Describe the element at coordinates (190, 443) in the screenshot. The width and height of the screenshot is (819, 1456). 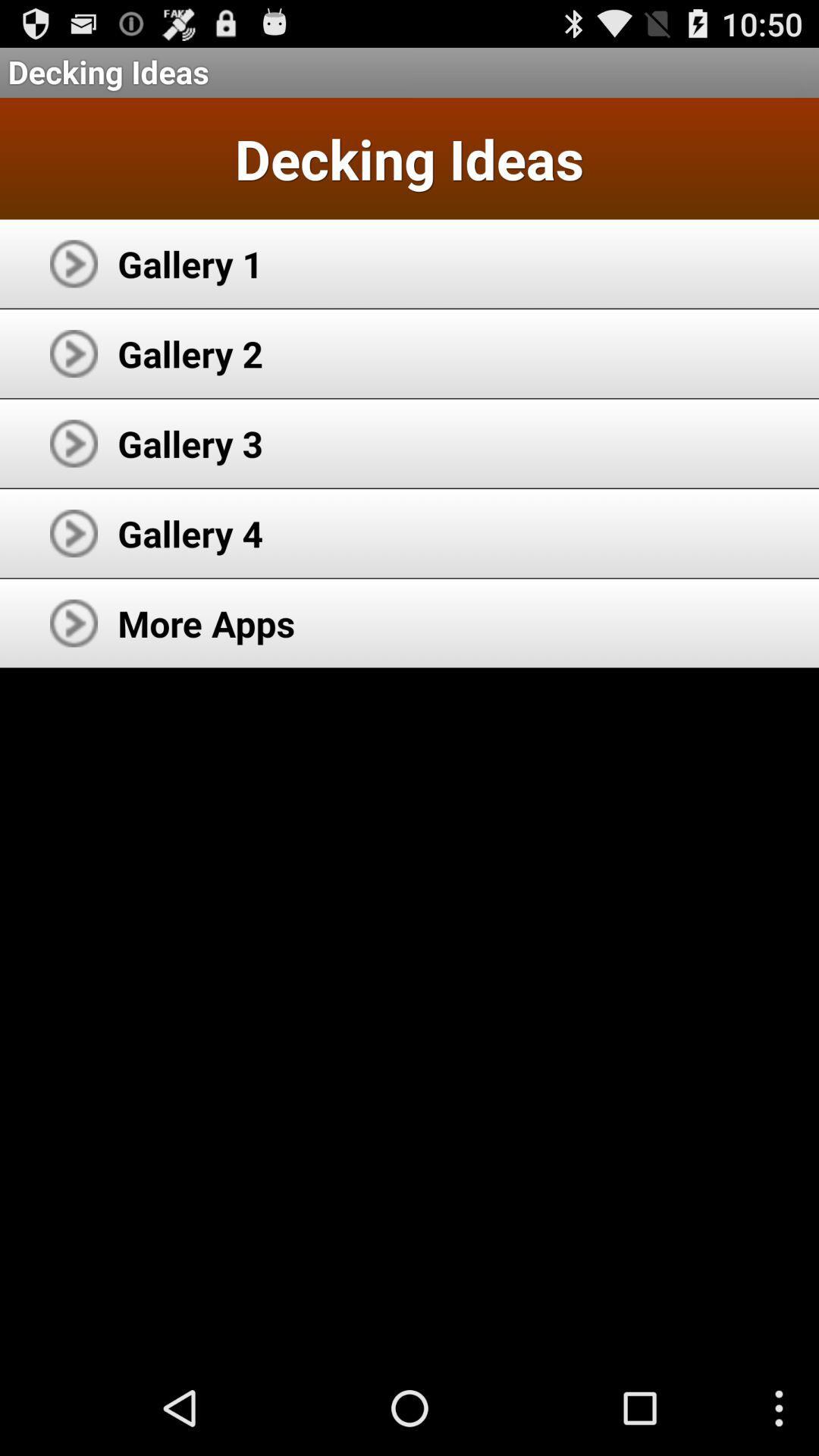
I see `the item below gallery 2 app` at that location.